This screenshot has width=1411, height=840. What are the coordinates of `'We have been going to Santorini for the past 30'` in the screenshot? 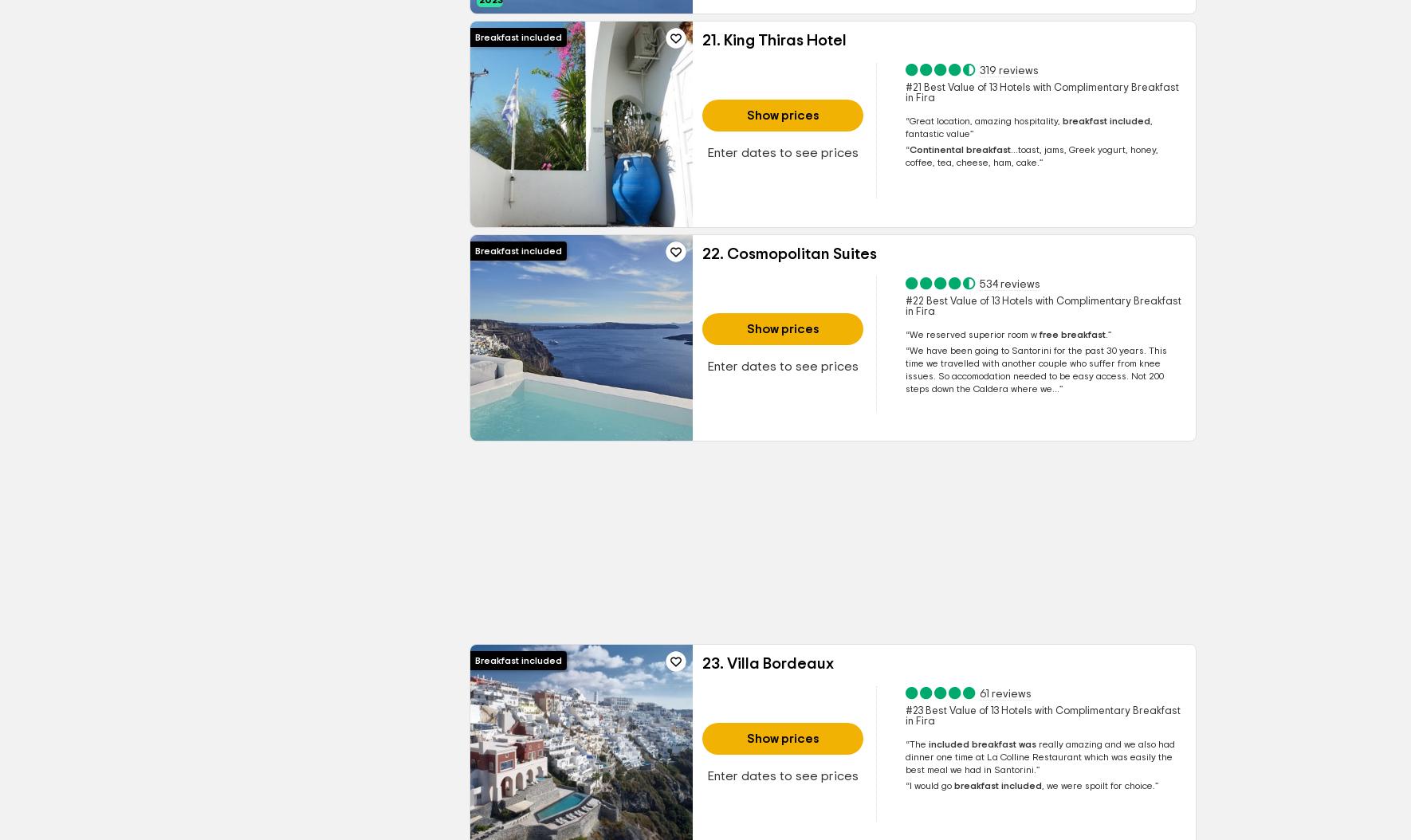 It's located at (909, 351).